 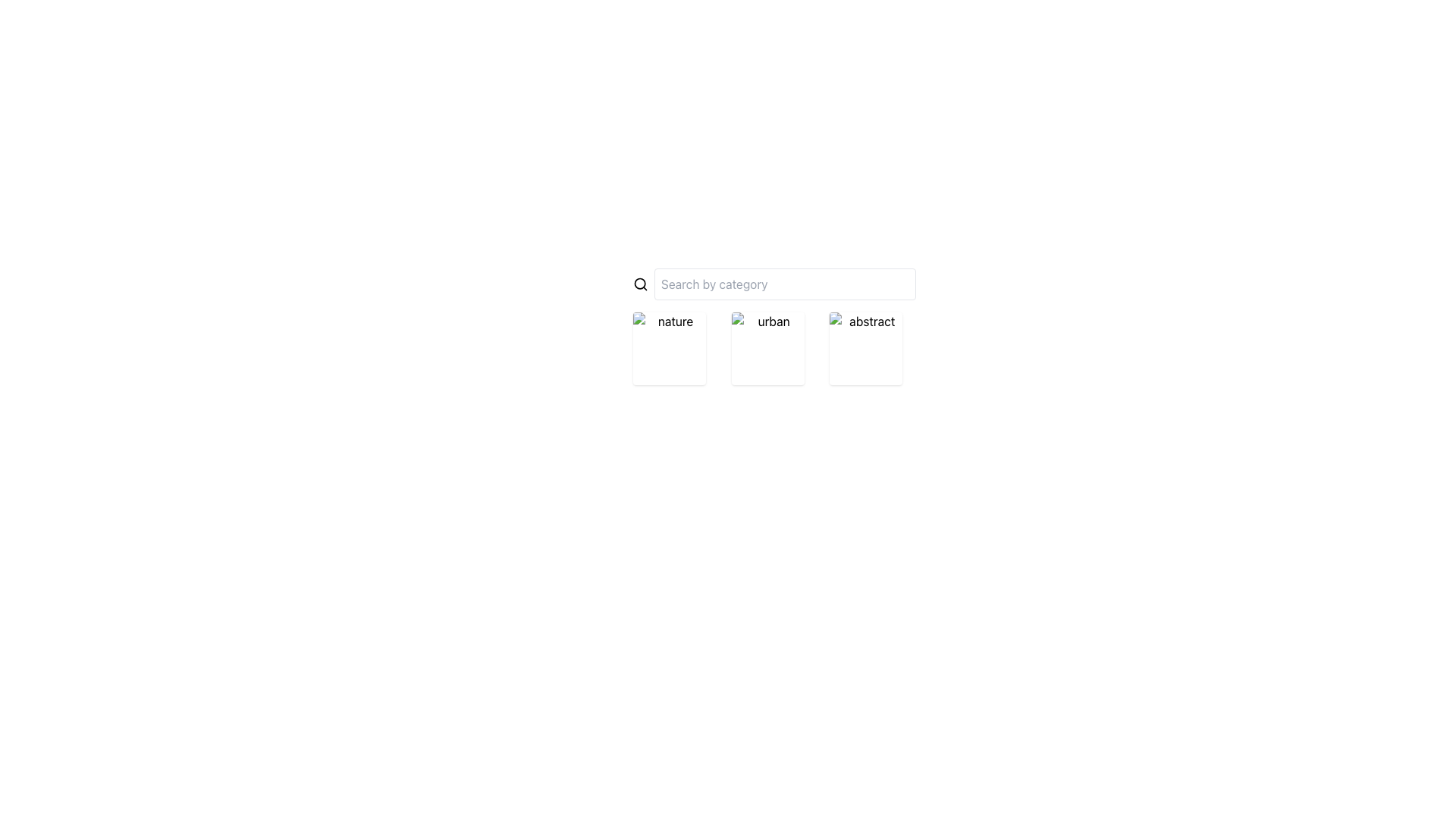 I want to click on the inner circle of the search icon located to the left of the 'Search by category' input field, so click(x=640, y=284).